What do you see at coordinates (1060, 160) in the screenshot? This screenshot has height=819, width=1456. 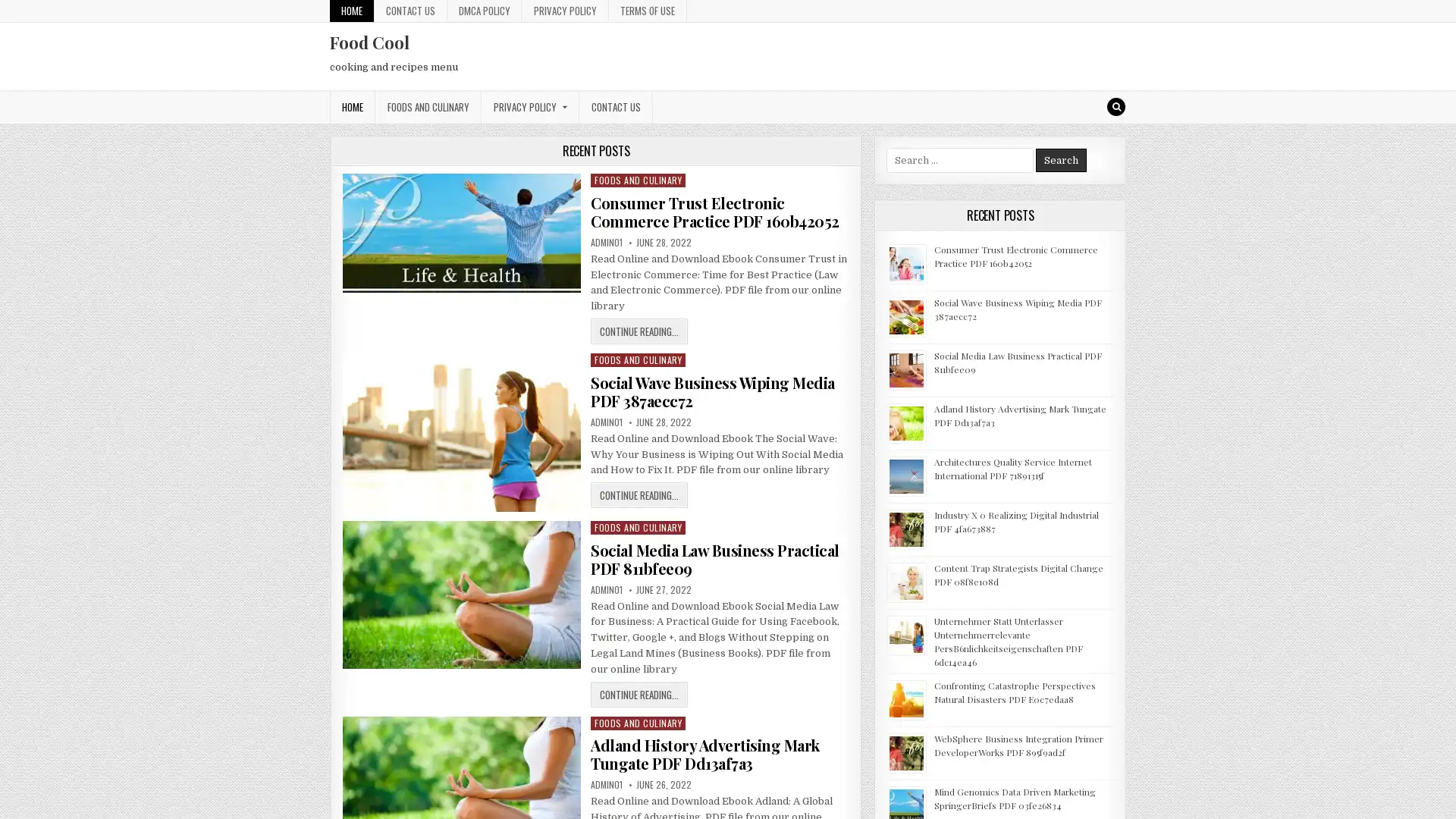 I see `Search` at bounding box center [1060, 160].